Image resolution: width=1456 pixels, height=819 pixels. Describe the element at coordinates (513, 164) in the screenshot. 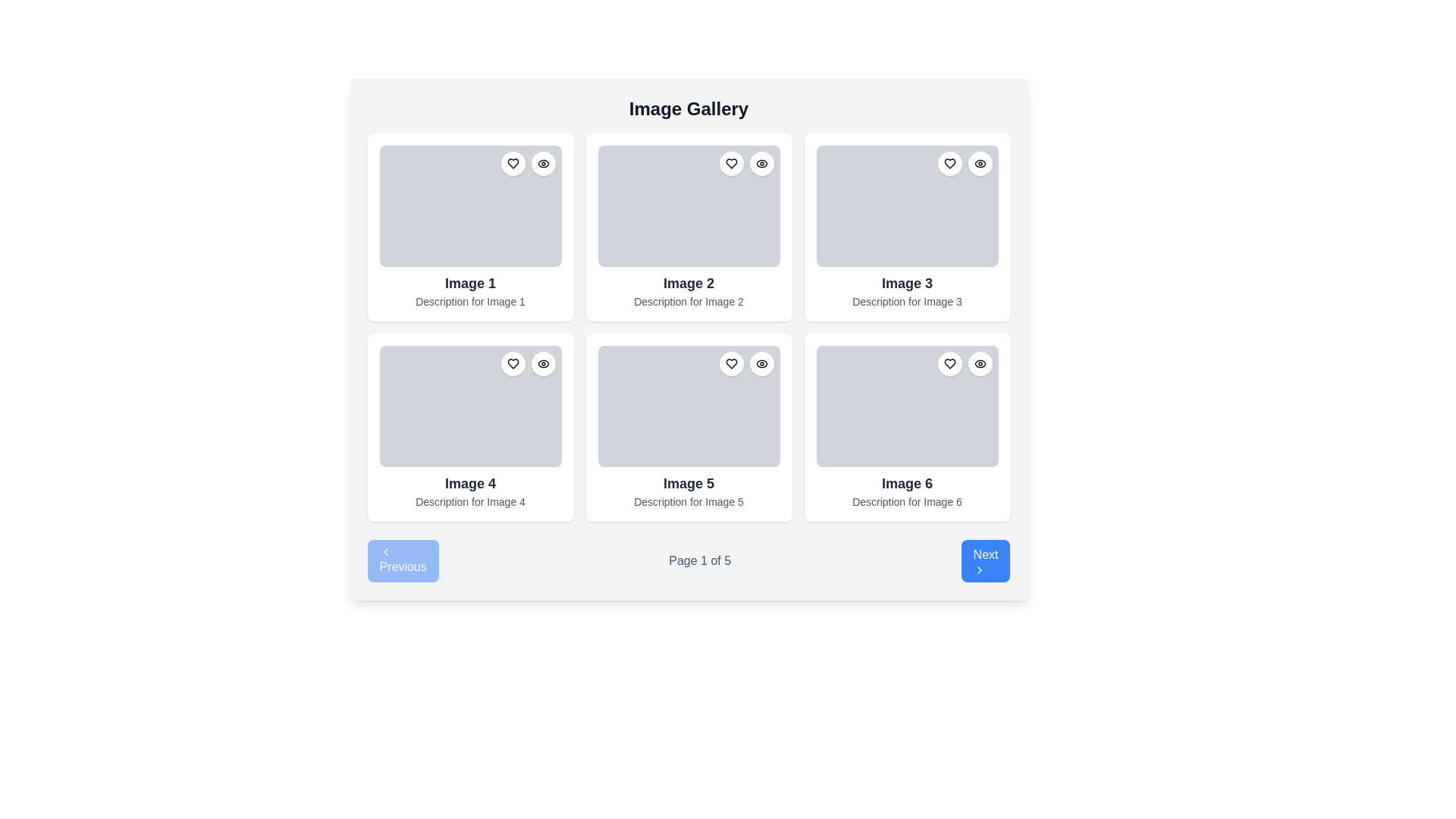

I see `the 'like' button located in the top-right corner of 'Image 1'` at that location.